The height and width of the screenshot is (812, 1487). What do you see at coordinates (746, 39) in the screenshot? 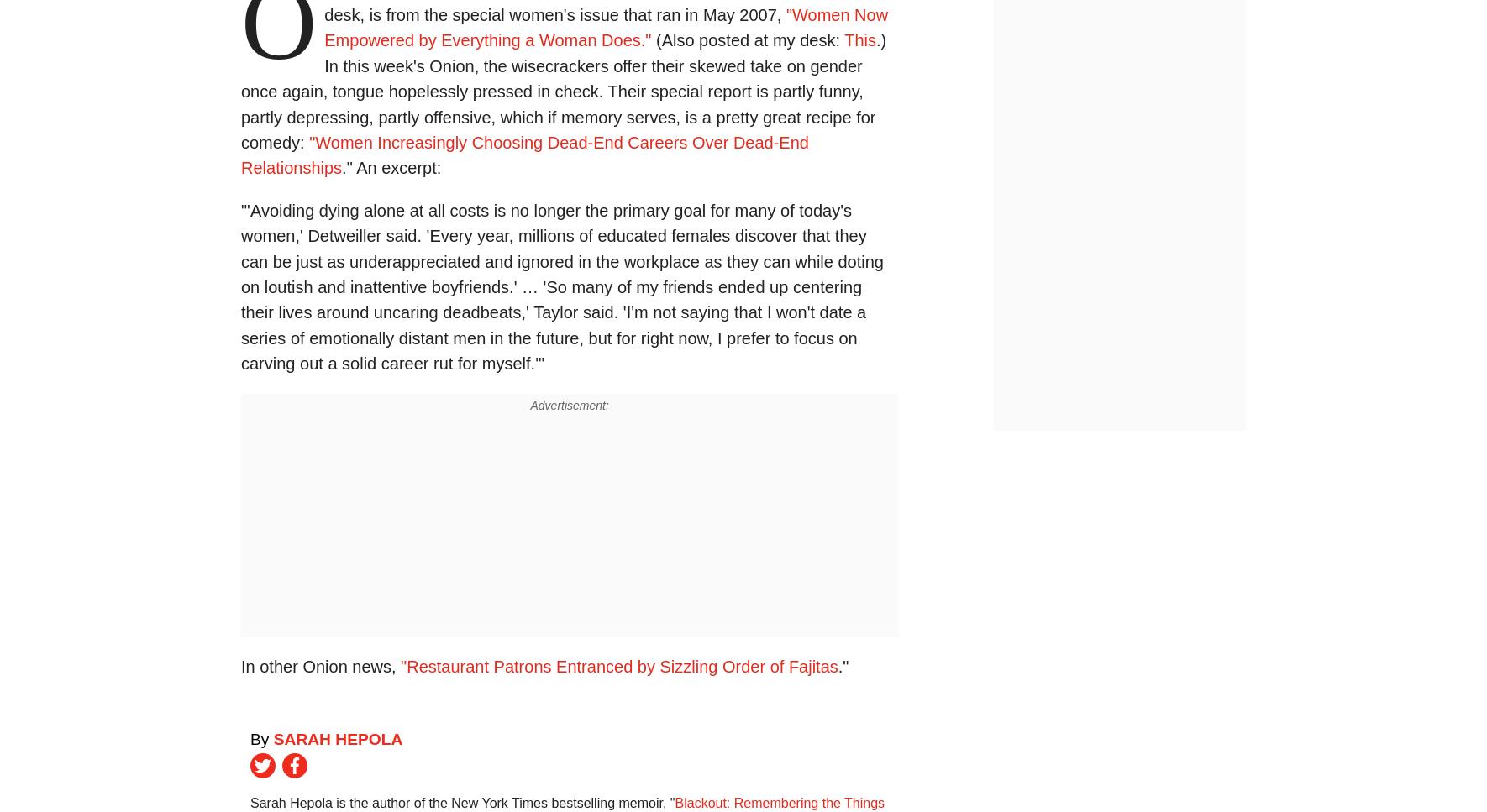
I see `'(Also posted at my desk:'` at bounding box center [746, 39].